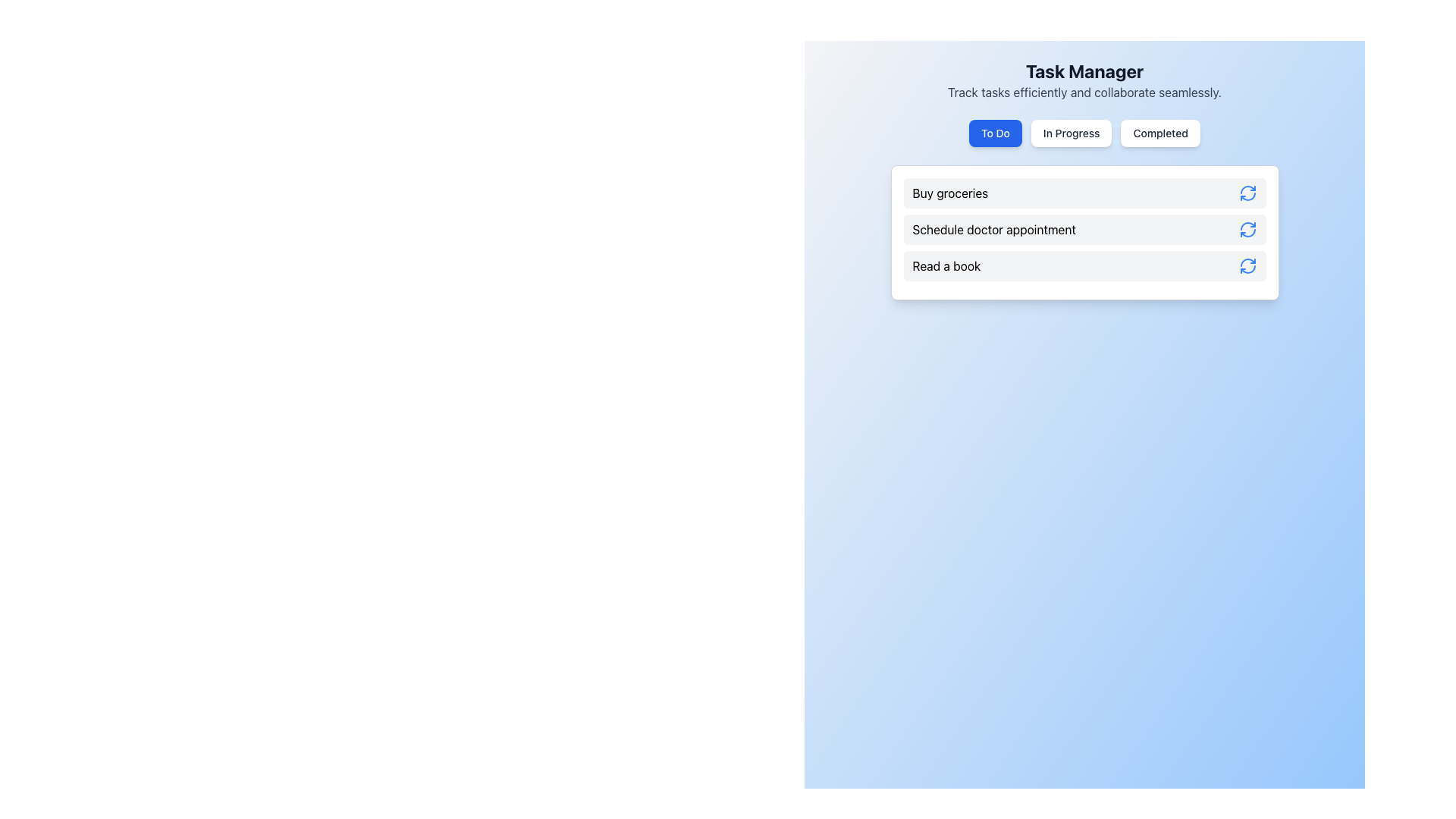  I want to click on the blue circular arrow icon button located at the far right of the 'Schedule doctor appointment' task to possibly reveal a tooltip, so click(1247, 230).